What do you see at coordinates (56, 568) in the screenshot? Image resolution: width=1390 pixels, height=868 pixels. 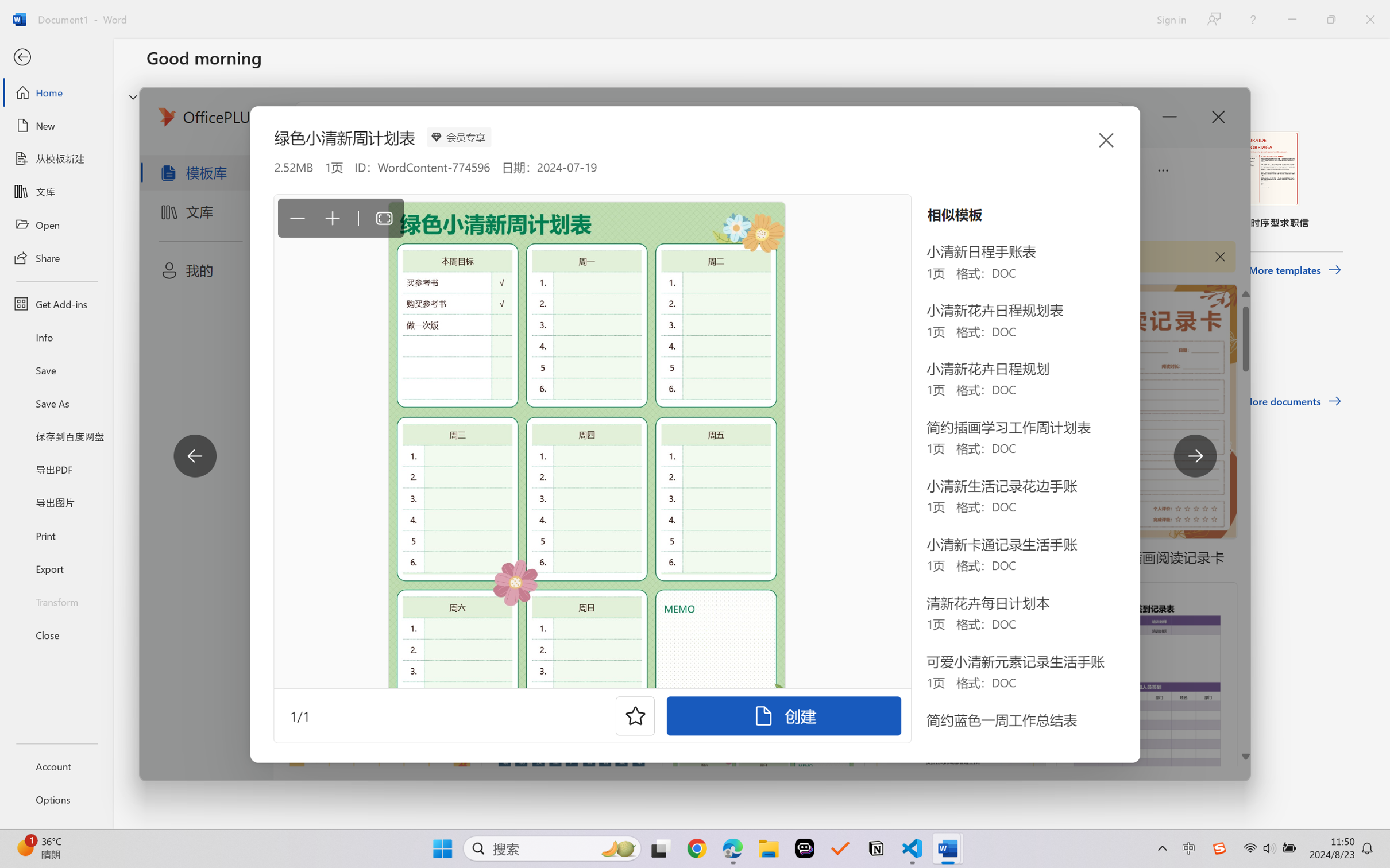 I see `'Export'` at bounding box center [56, 568].